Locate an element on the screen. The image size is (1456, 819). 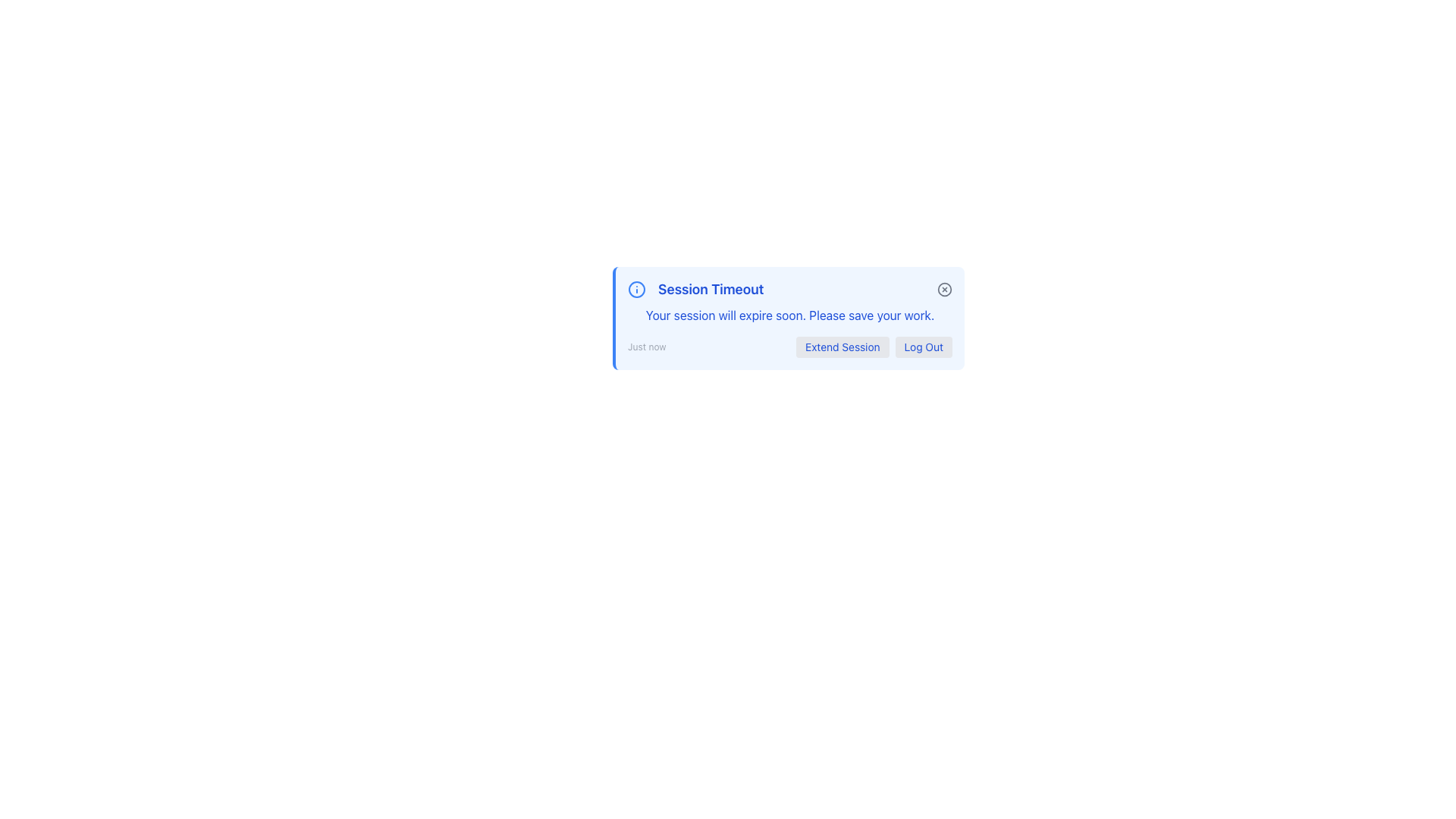
the label consisting of a blue information icon and bold blue text reading 'Session Timeout' located at the leftmost position of the notification bar is located at coordinates (695, 289).